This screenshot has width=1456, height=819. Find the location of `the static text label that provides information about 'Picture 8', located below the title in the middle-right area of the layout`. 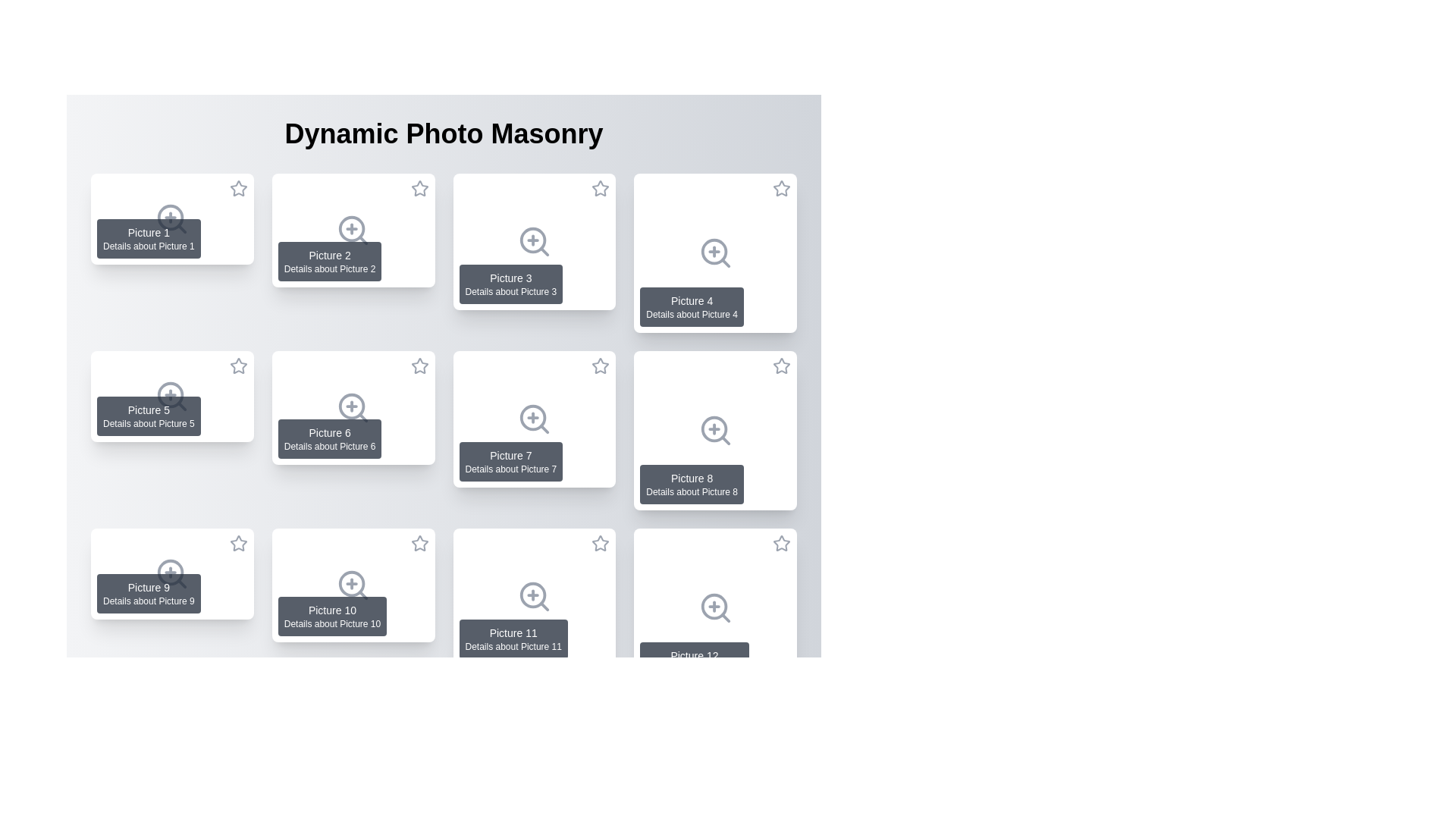

the static text label that provides information about 'Picture 8', located below the title in the middle-right area of the layout is located at coordinates (691, 491).